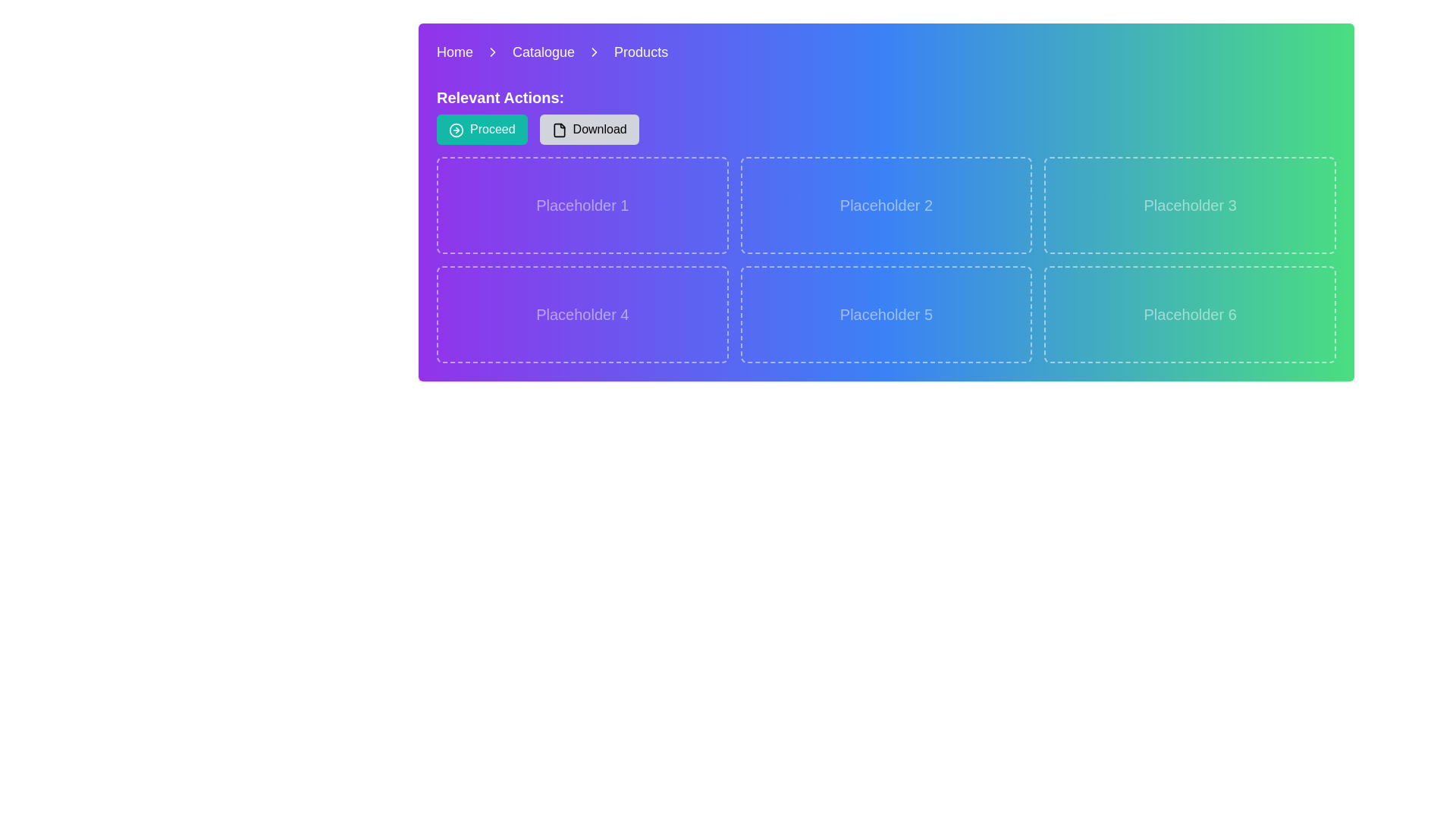  What do you see at coordinates (538, 128) in the screenshot?
I see `the 'Proceed' button in the Action Button Group, which is prominently styled green with white text and icon, located directly beneath the 'Relevant Actions:' header` at bounding box center [538, 128].